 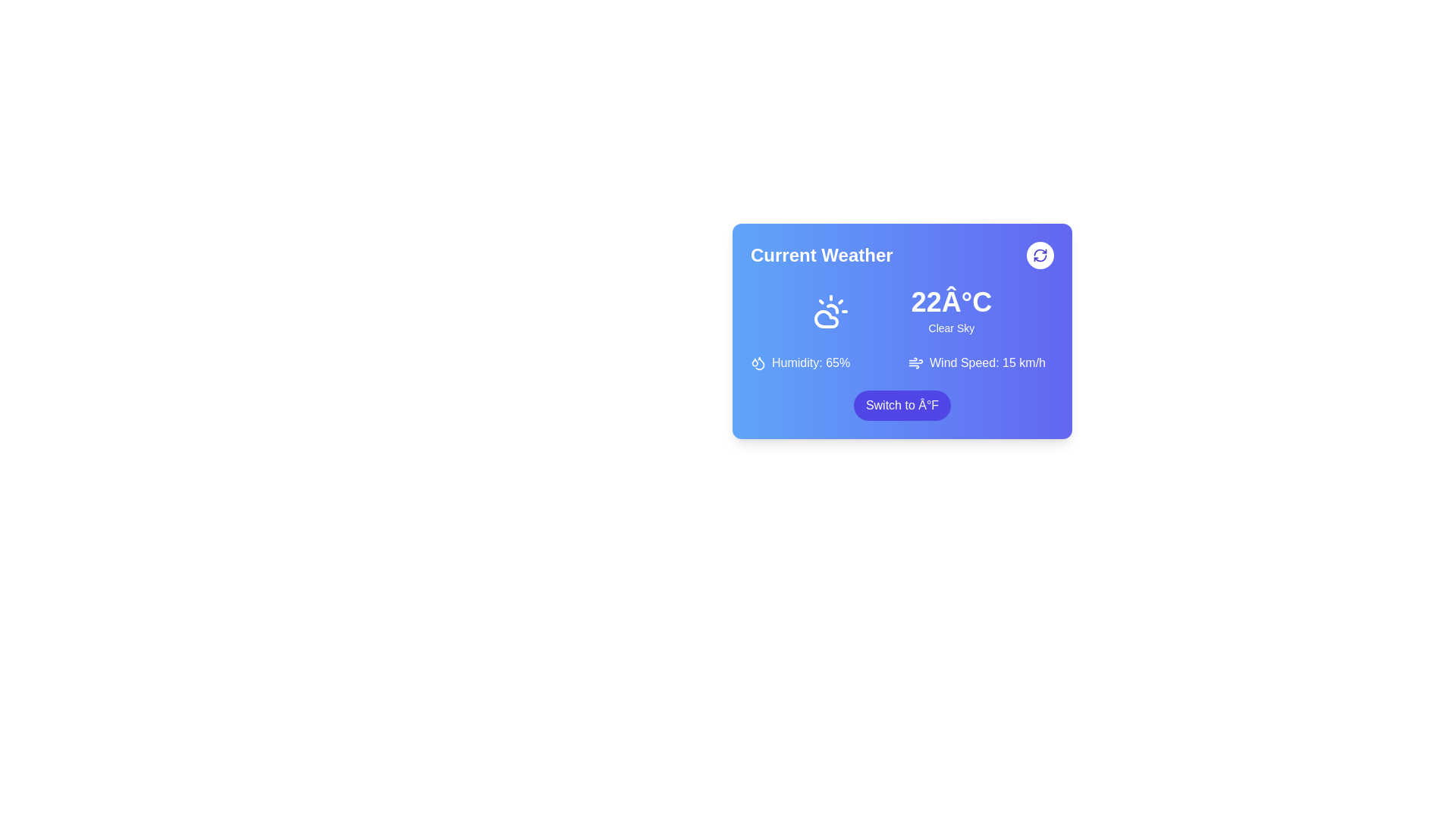 I want to click on text "Current Weather" displayed prominently at the top-left corner of the weather information module, so click(x=821, y=254).